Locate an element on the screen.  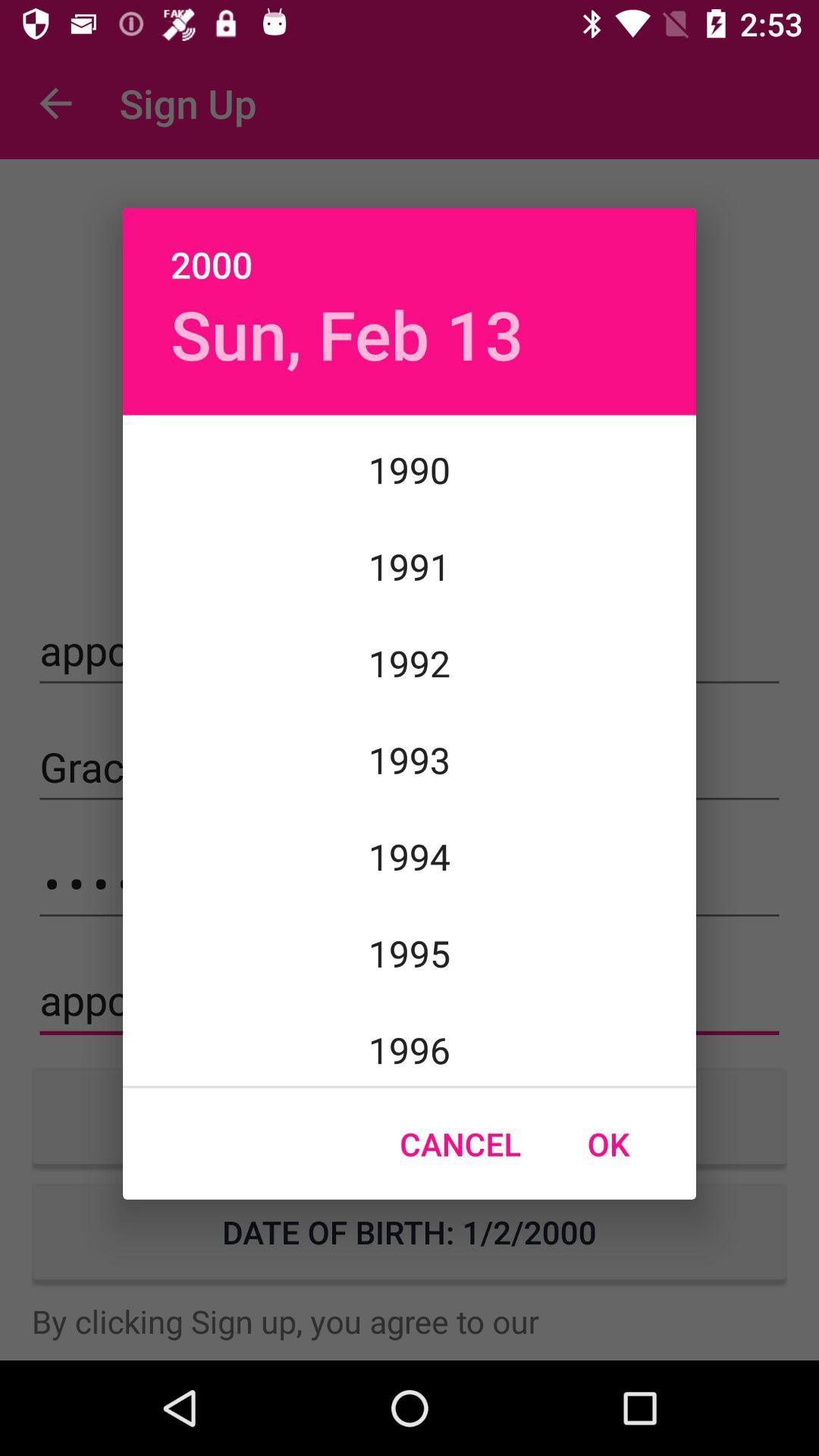
item at the bottom right corner is located at coordinates (607, 1144).